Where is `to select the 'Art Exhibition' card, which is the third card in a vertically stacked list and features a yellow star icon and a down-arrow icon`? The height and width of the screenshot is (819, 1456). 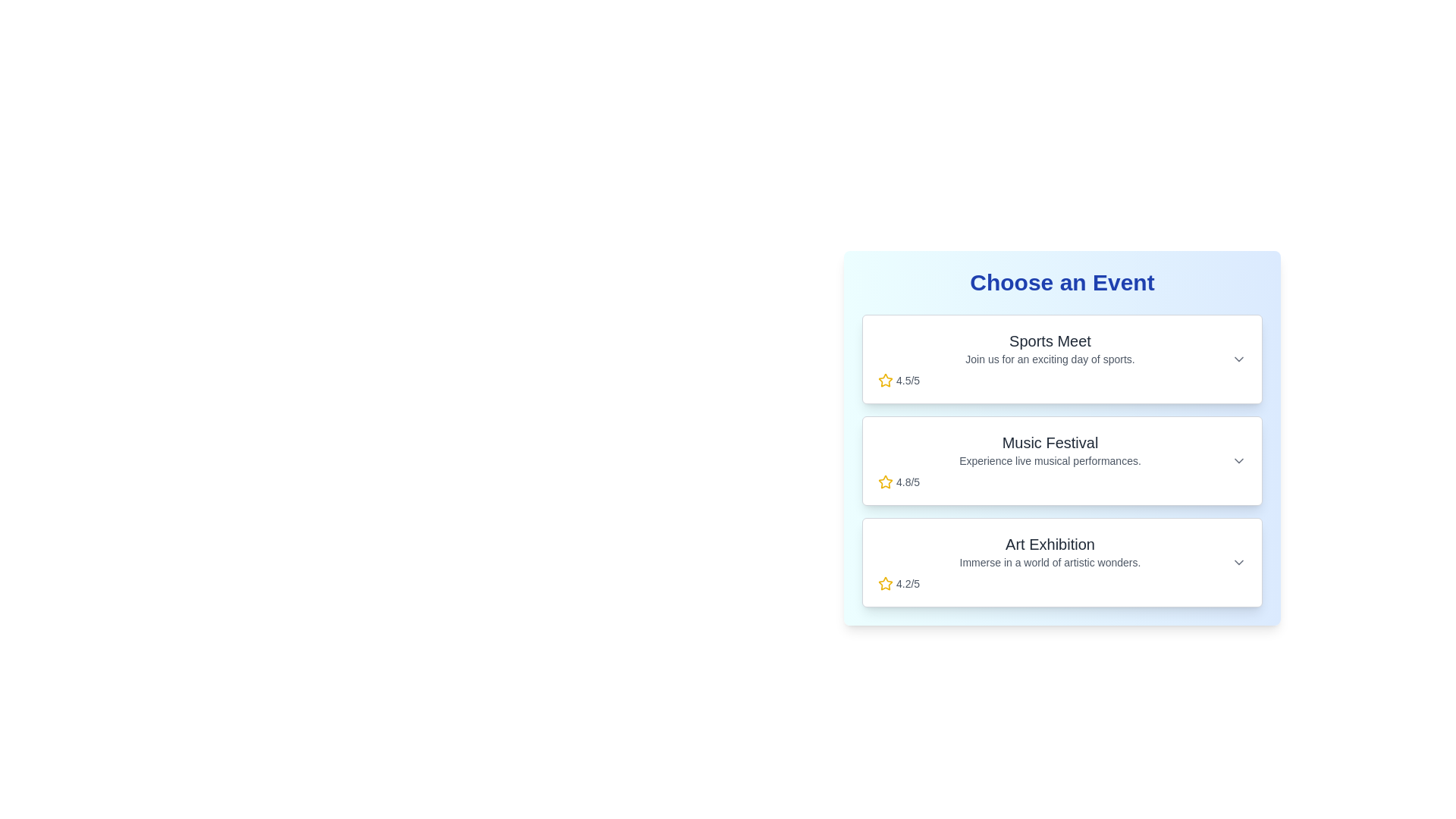
to select the 'Art Exhibition' card, which is the third card in a vertically stacked list and features a yellow star icon and a down-arrow icon is located at coordinates (1062, 562).